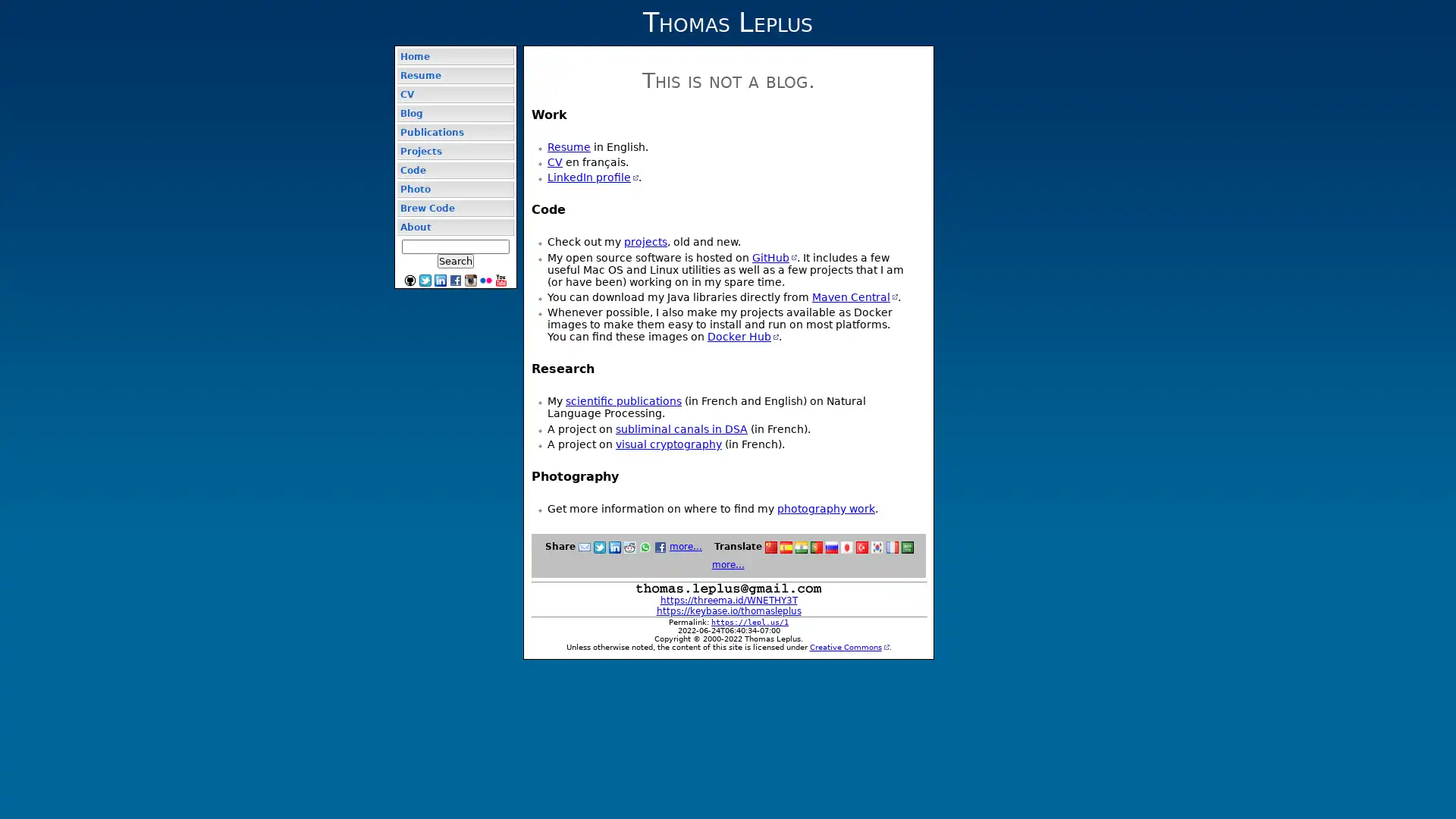 This screenshot has width=1456, height=819. I want to click on Search, so click(454, 260).